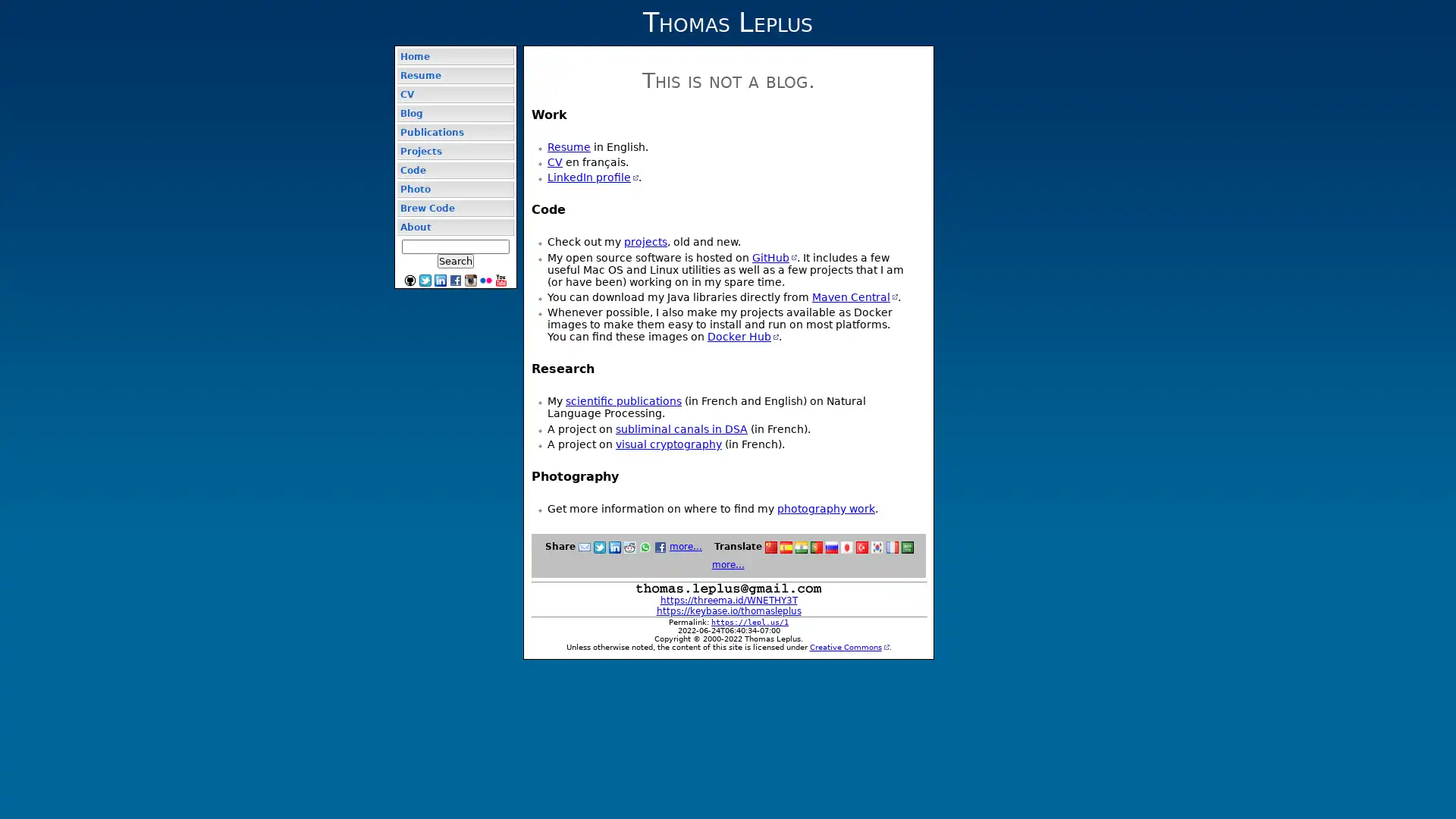 This screenshot has width=1456, height=819. I want to click on Search, so click(454, 260).